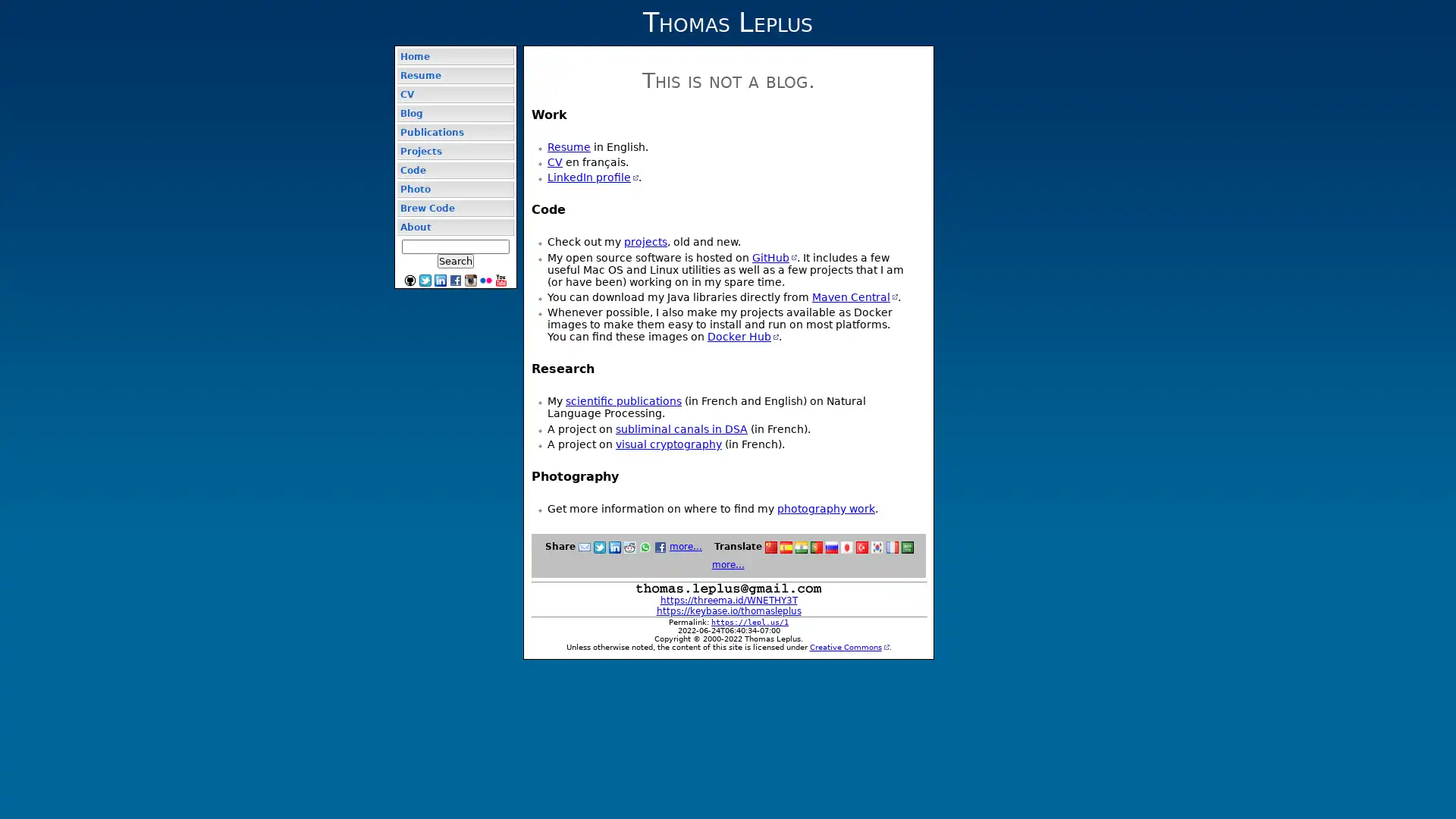 This screenshot has width=1456, height=819. I want to click on Search, so click(454, 260).